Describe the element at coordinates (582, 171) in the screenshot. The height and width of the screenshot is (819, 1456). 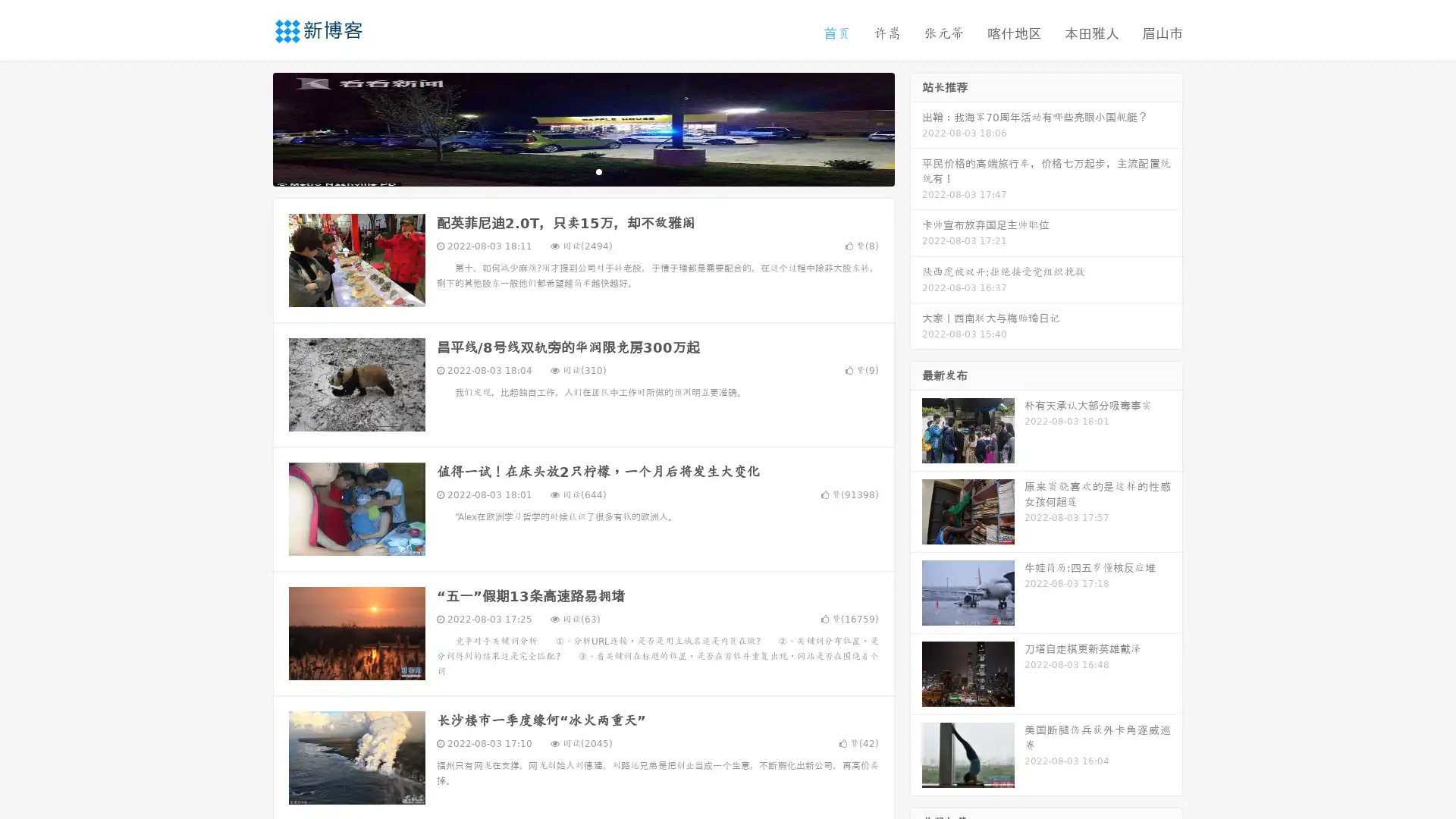
I see `Go to slide 2` at that location.